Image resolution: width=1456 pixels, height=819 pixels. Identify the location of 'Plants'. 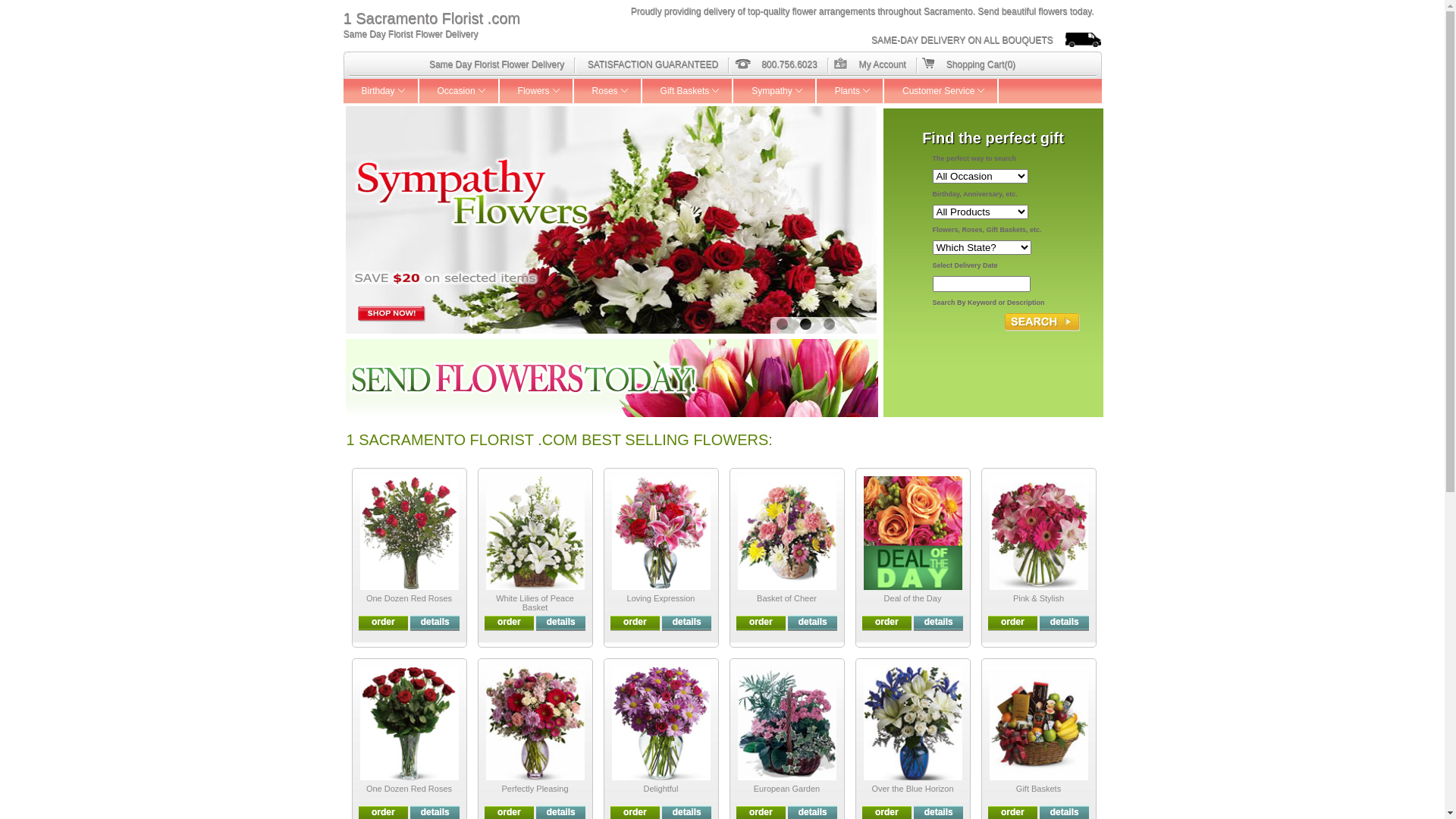
(850, 90).